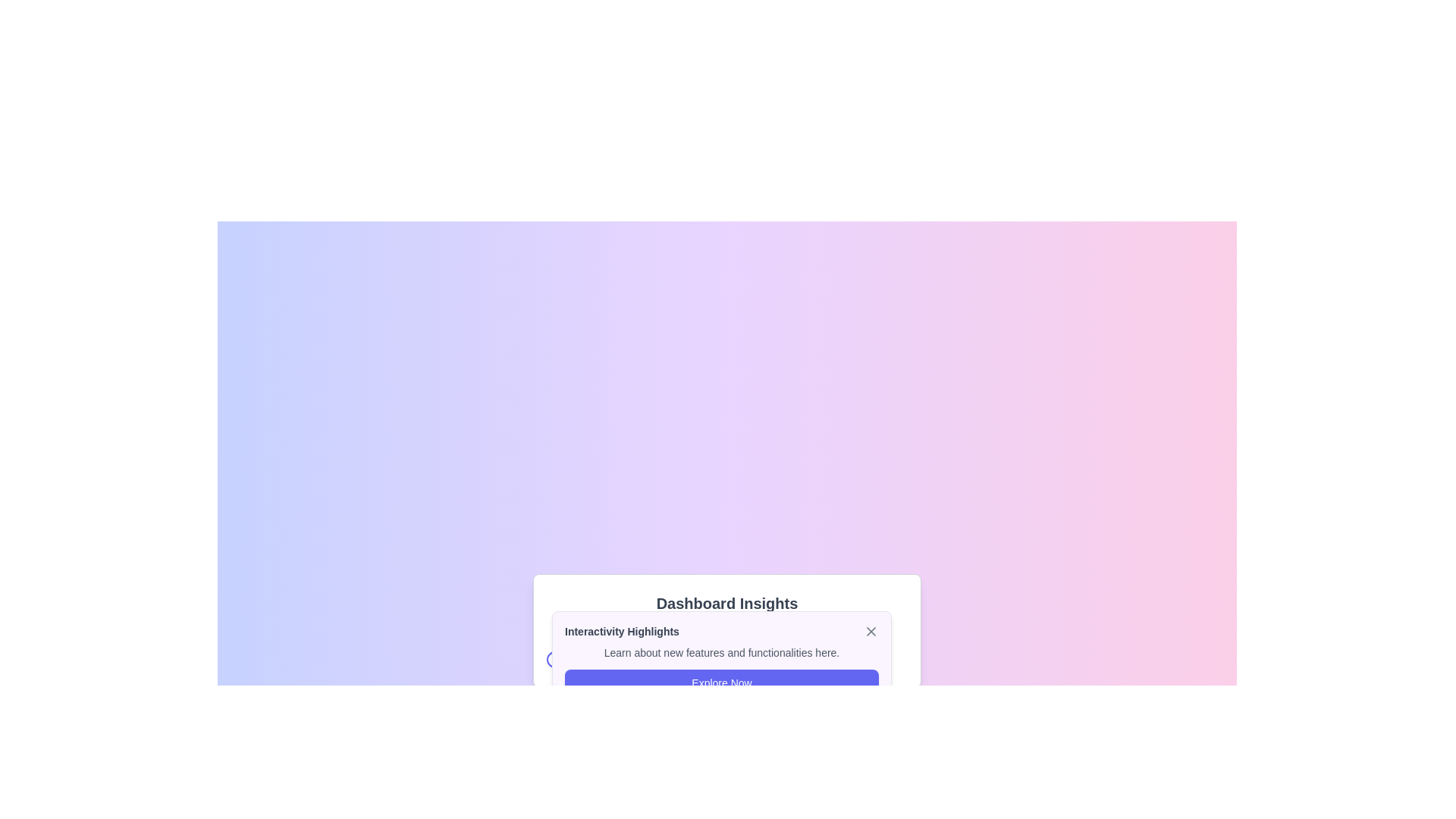 The height and width of the screenshot is (819, 1456). What do you see at coordinates (871, 632) in the screenshot?
I see `the close icon located in the top-right corner of the 'Dashboard Insights' modal, next to the 'Interactivity Highlights' subtitle` at bounding box center [871, 632].